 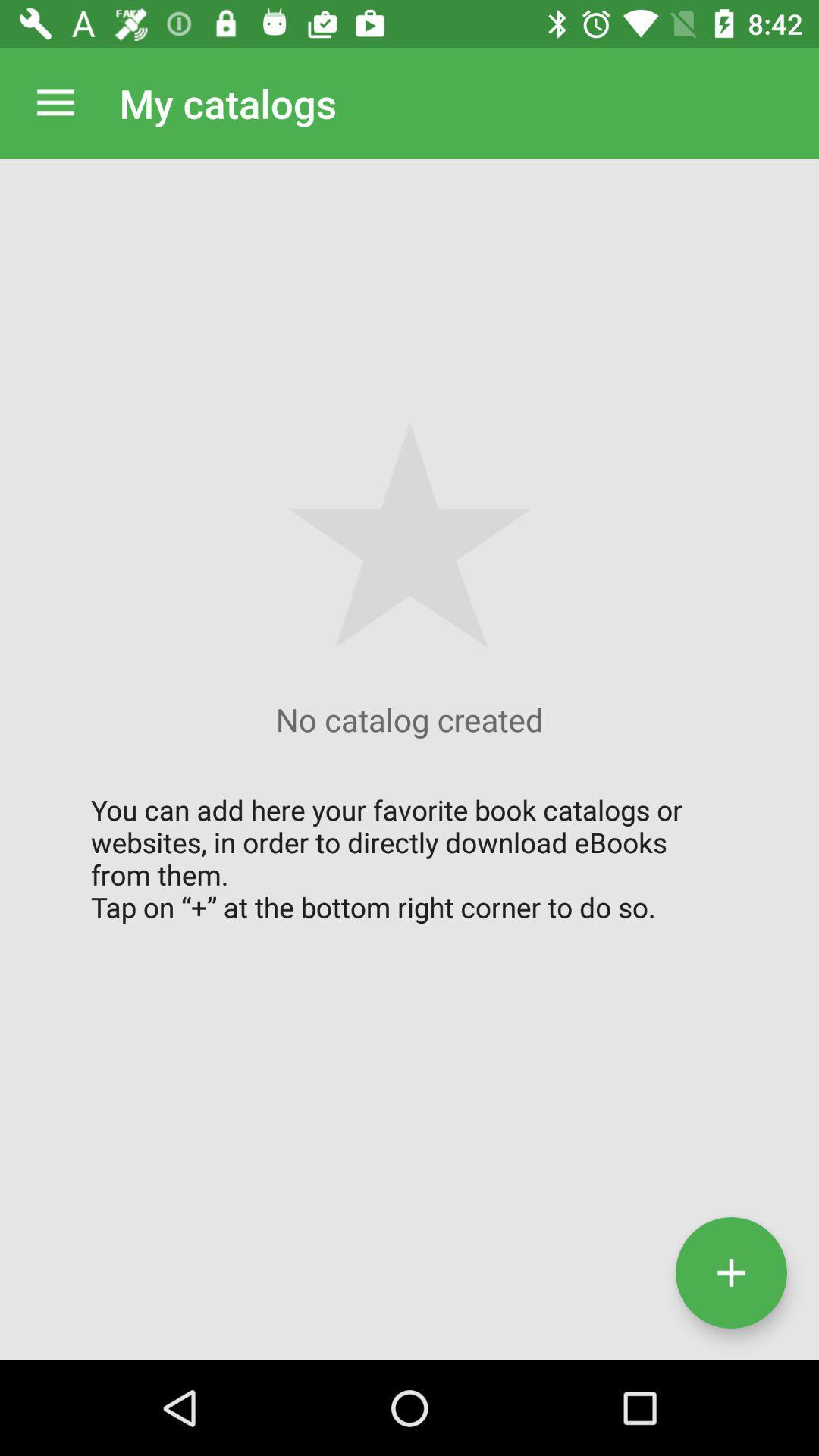 What do you see at coordinates (55, 102) in the screenshot?
I see `the icon next to the my catalogs icon` at bounding box center [55, 102].